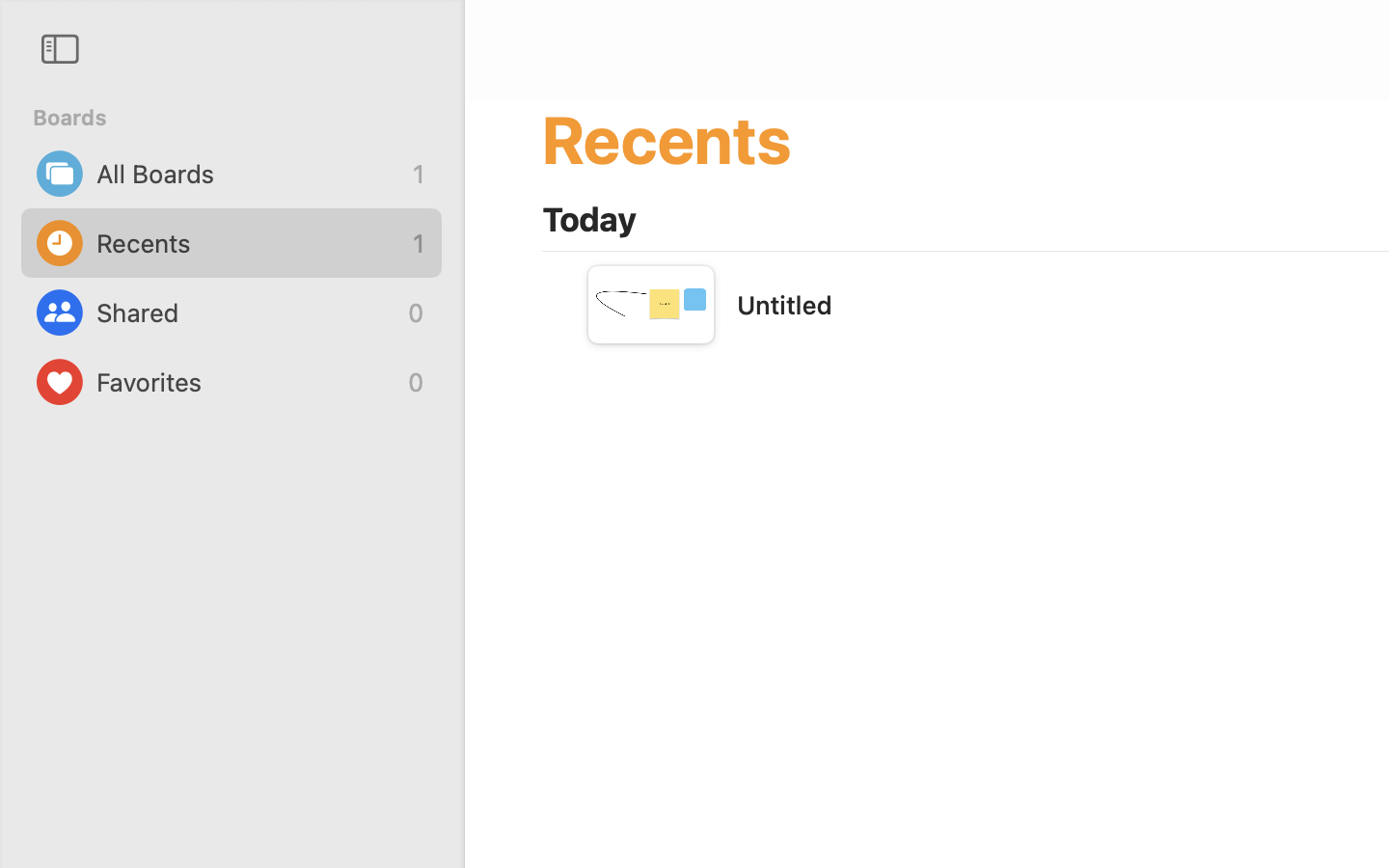 The height and width of the screenshot is (868, 1389). What do you see at coordinates (249, 242) in the screenshot?
I see `'Recents'` at bounding box center [249, 242].